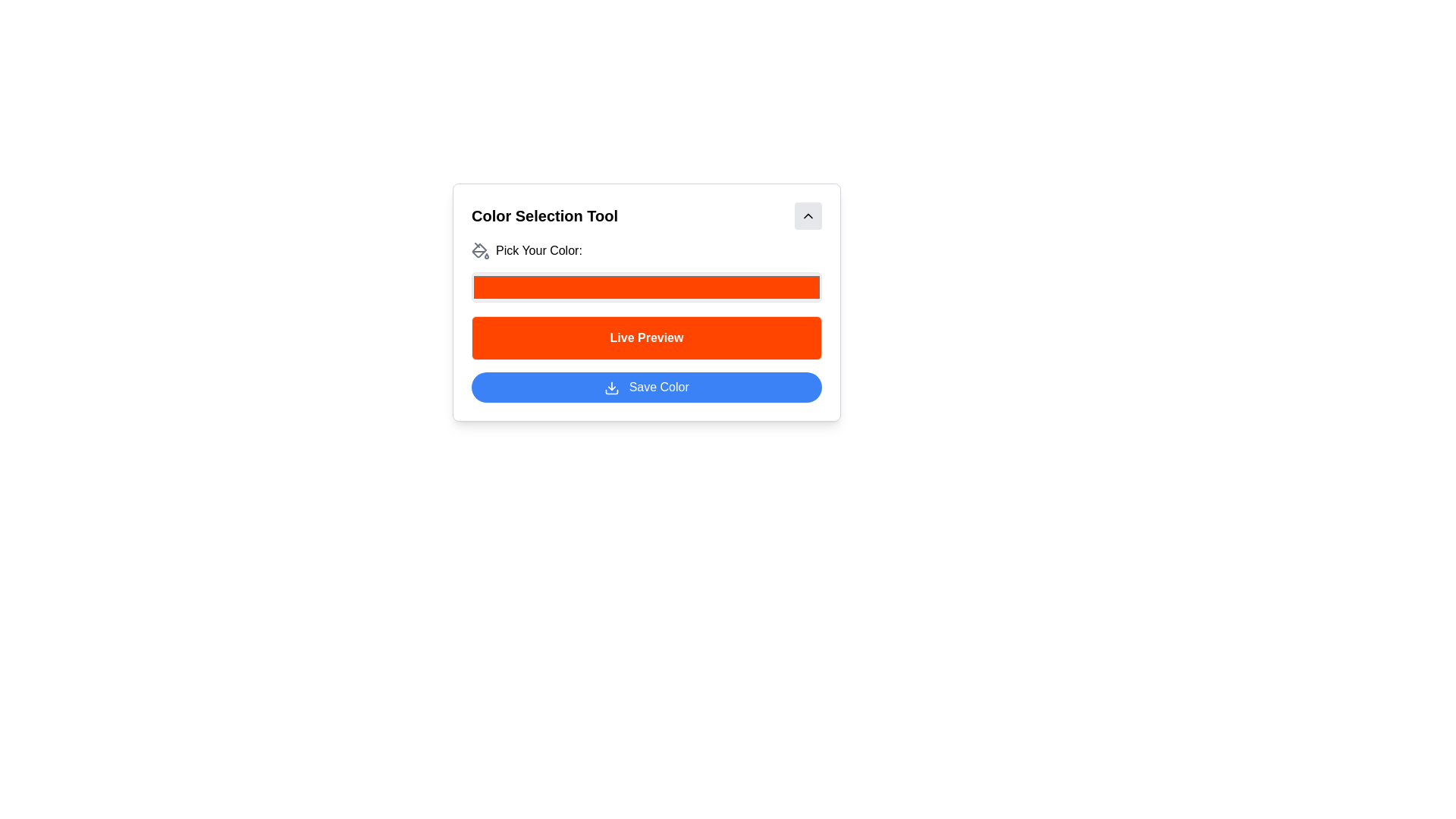  What do you see at coordinates (807, 216) in the screenshot?
I see `the small square-shaped button with a light gray background and an upward-pointing chevron icon, located at the top-right corner of the header section next to 'Color Selection Tool'` at bounding box center [807, 216].